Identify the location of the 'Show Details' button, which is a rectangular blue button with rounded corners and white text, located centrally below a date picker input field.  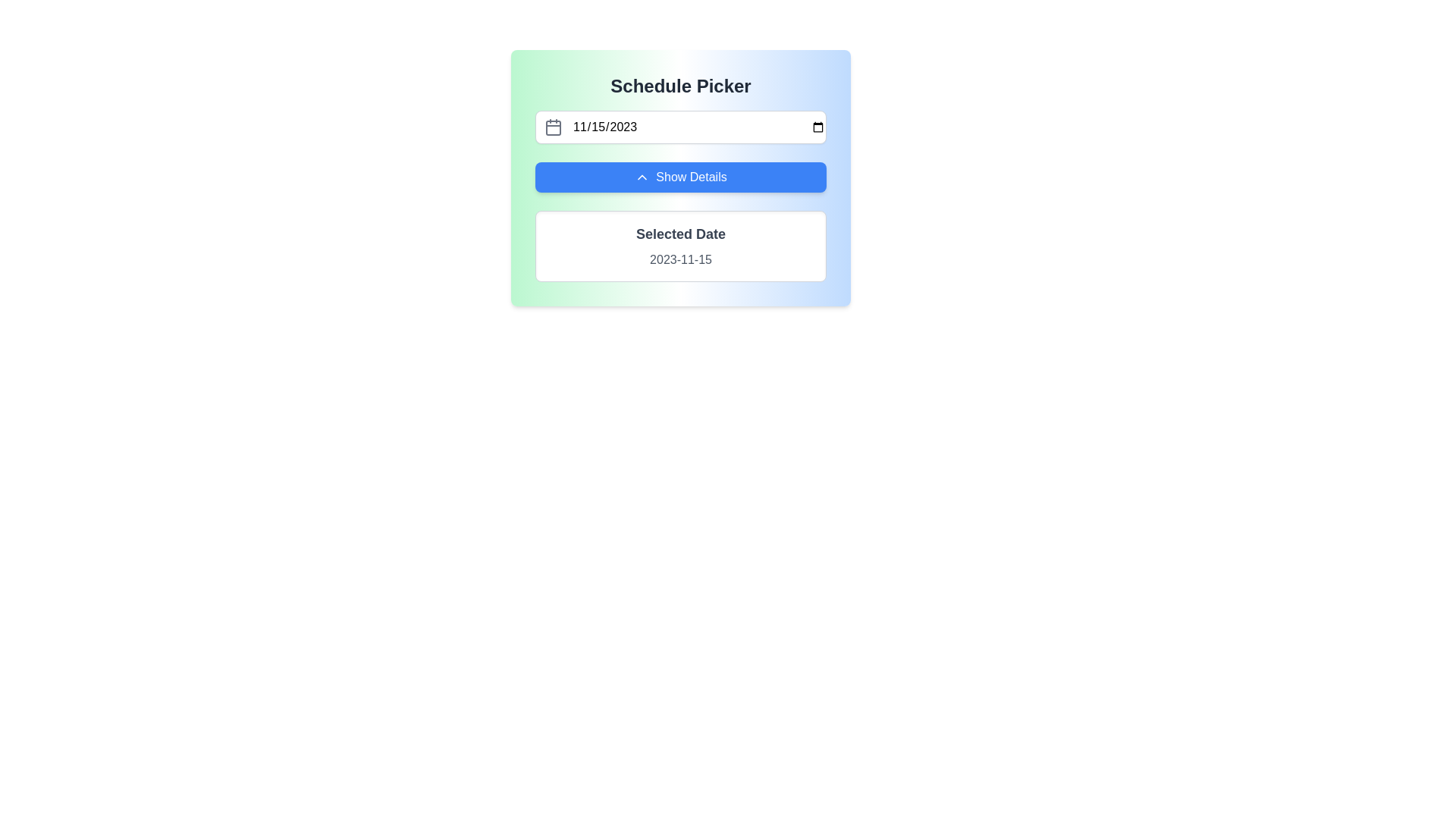
(679, 177).